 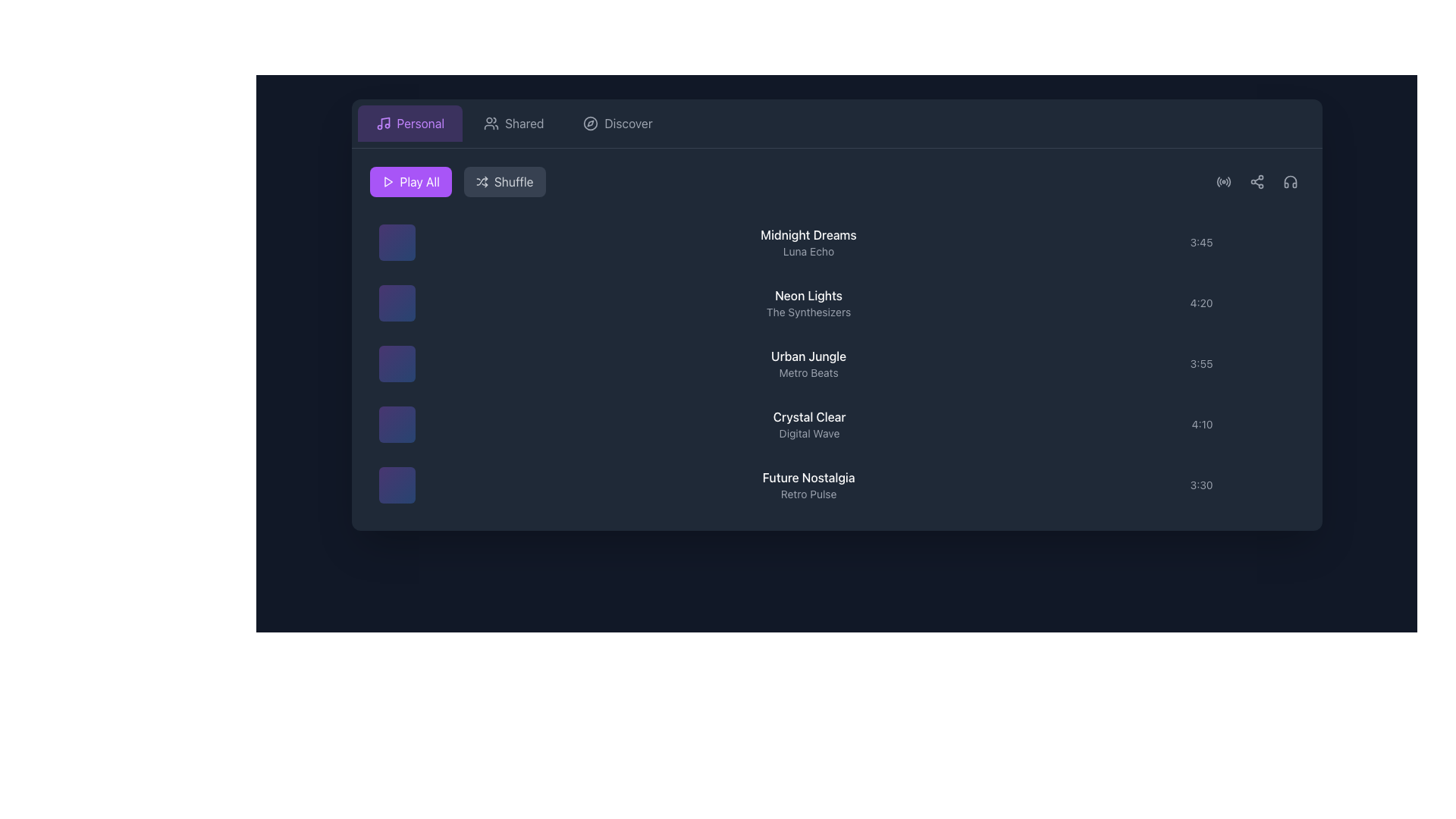 I want to click on the static text label displaying 'Neon Lights', which is positioned above the subtitle 'The Synthesizers' in the vertical list of items, so click(x=808, y=295).